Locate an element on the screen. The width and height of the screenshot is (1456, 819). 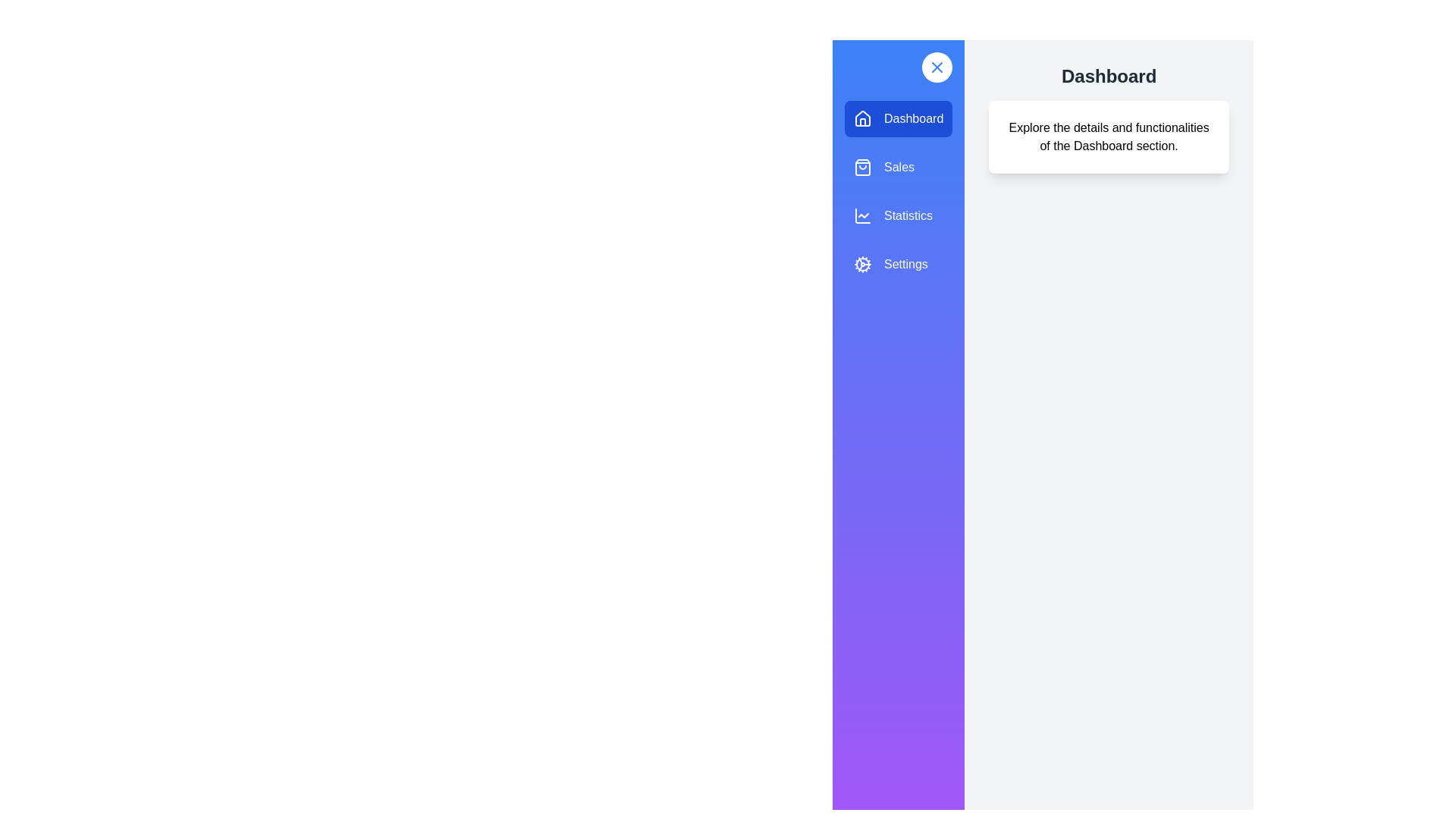
toggle button to change the drawer's state is located at coordinates (937, 66).